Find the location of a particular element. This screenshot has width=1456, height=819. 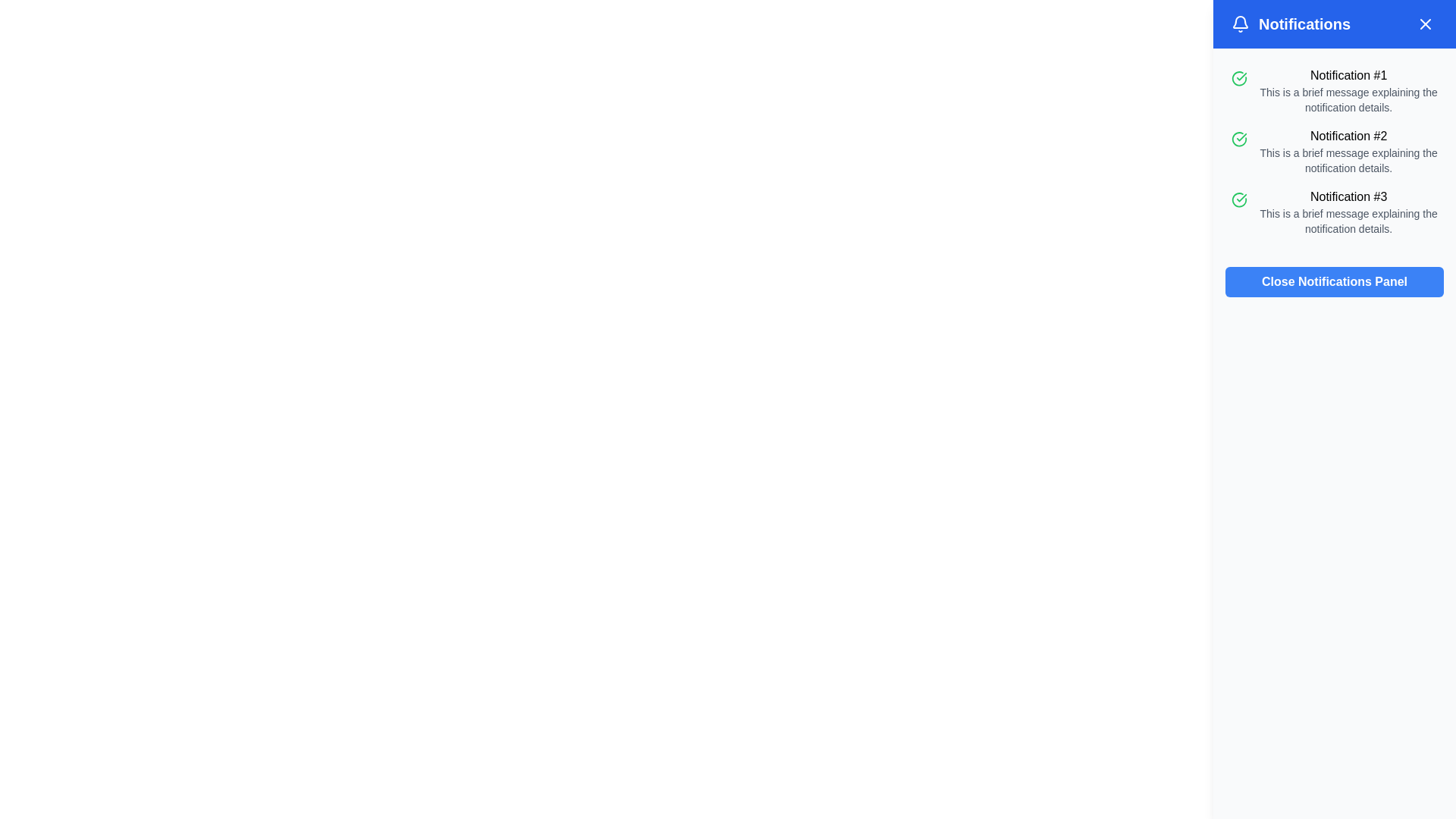

the close button located at the bottom right of the notification panel to interact via keyboard is located at coordinates (1335, 281).